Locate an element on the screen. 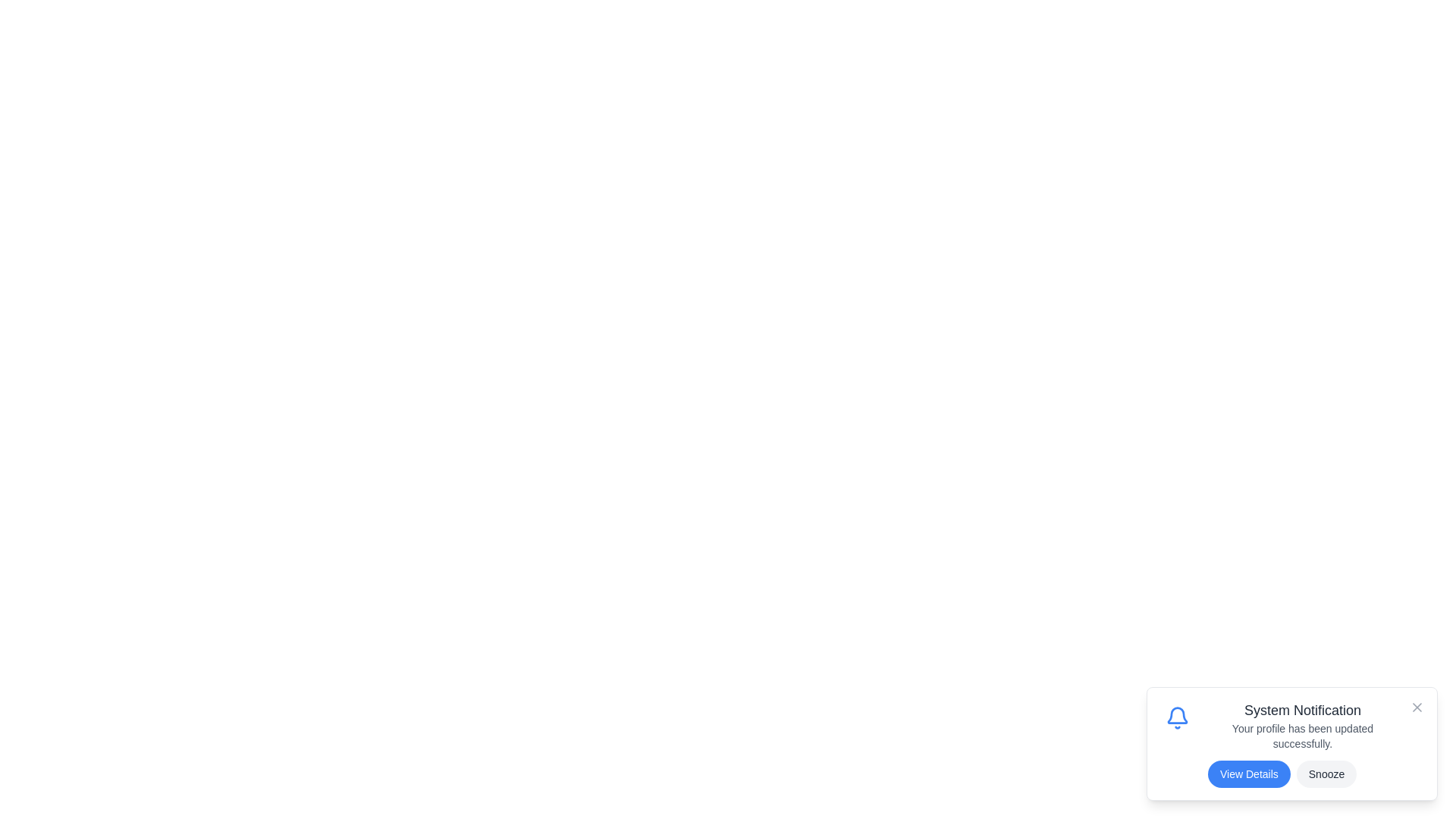 The height and width of the screenshot is (819, 1456). the 'X'-shaped icon located in the upper-right corner of the notification popup is located at coordinates (1416, 708).